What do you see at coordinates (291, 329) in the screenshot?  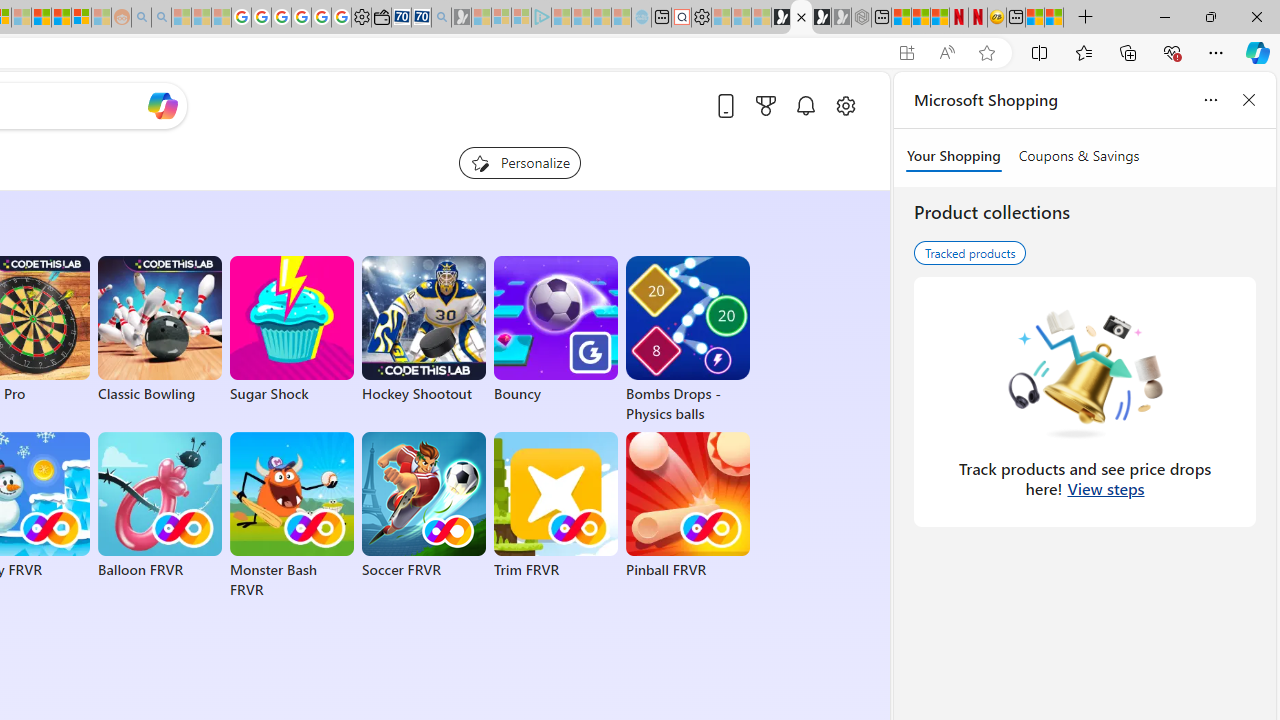 I see `'Sugar Shock'` at bounding box center [291, 329].